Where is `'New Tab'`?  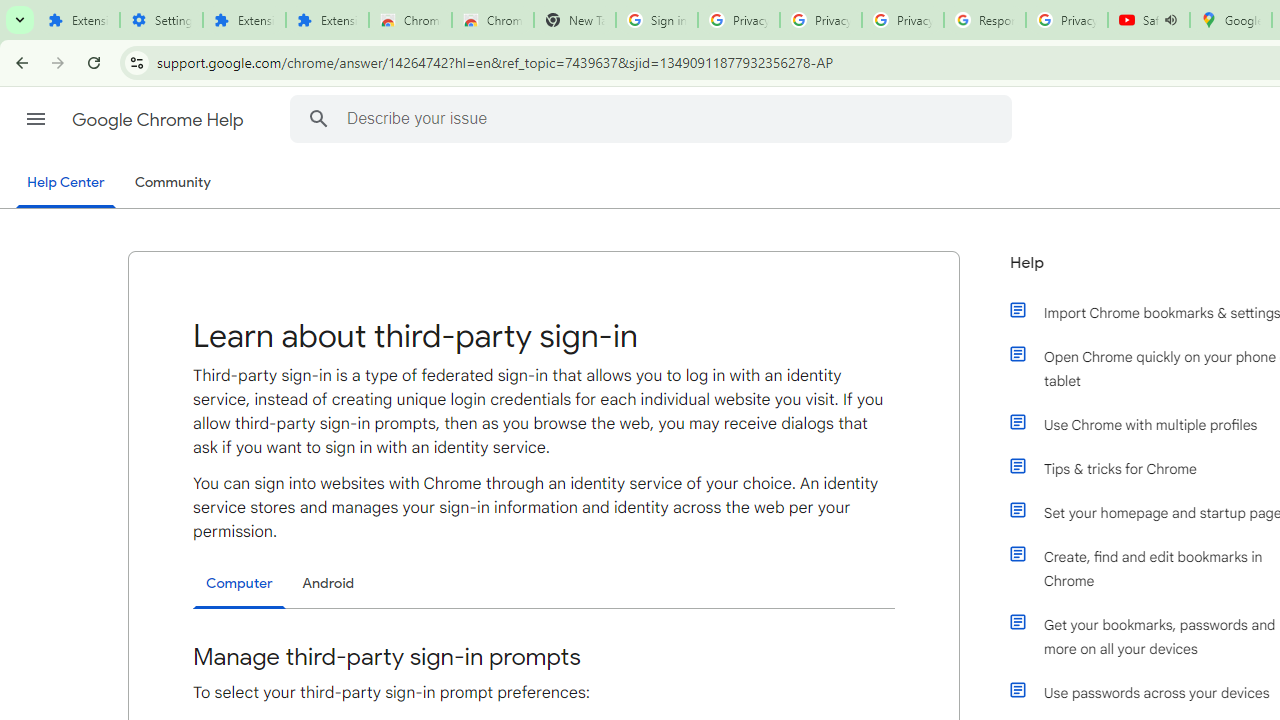
'New Tab' is located at coordinates (573, 20).